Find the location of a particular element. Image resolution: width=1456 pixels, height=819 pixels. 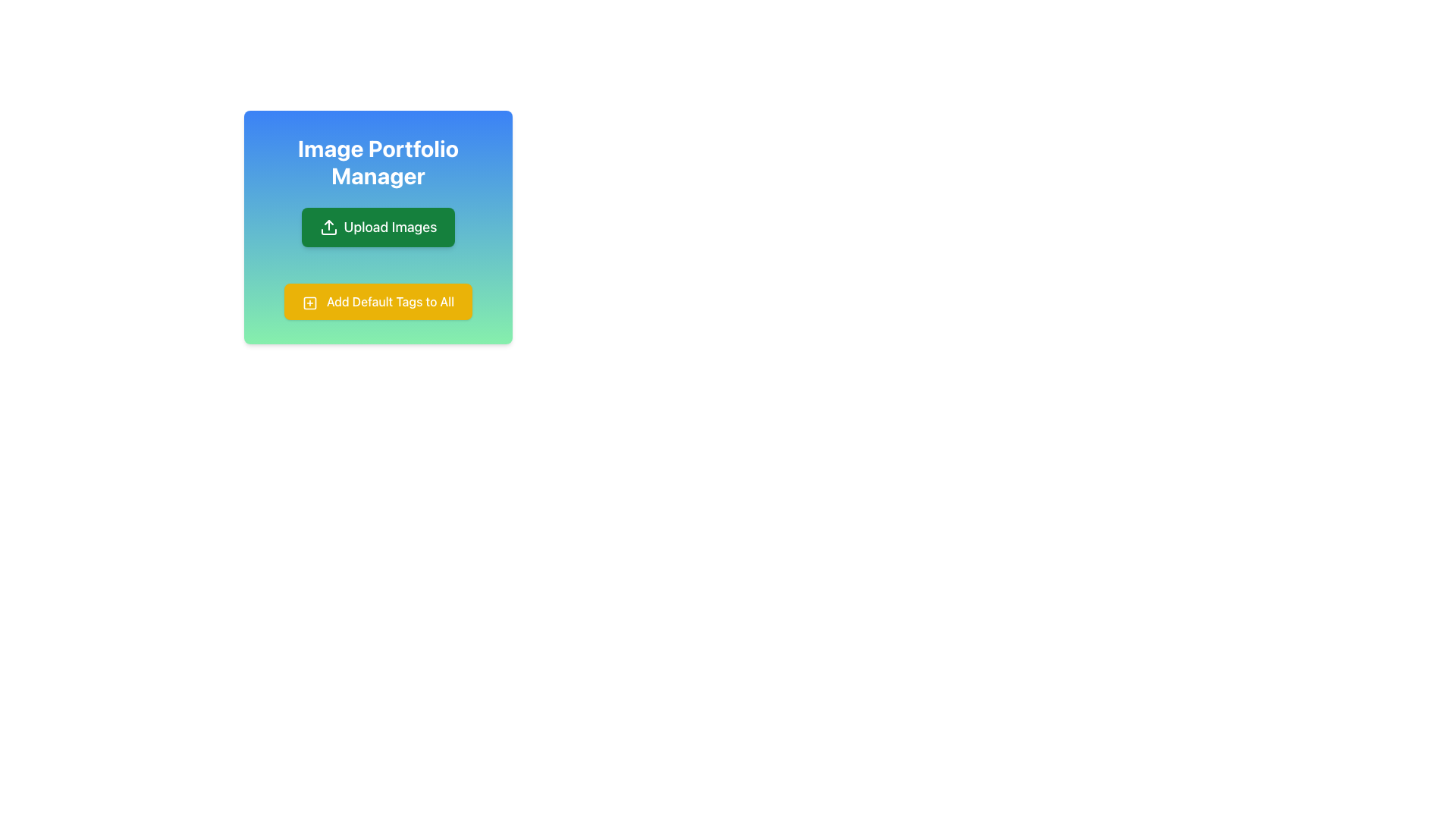

the green button labeled 'Upload Images' with an upload icon is located at coordinates (378, 227).